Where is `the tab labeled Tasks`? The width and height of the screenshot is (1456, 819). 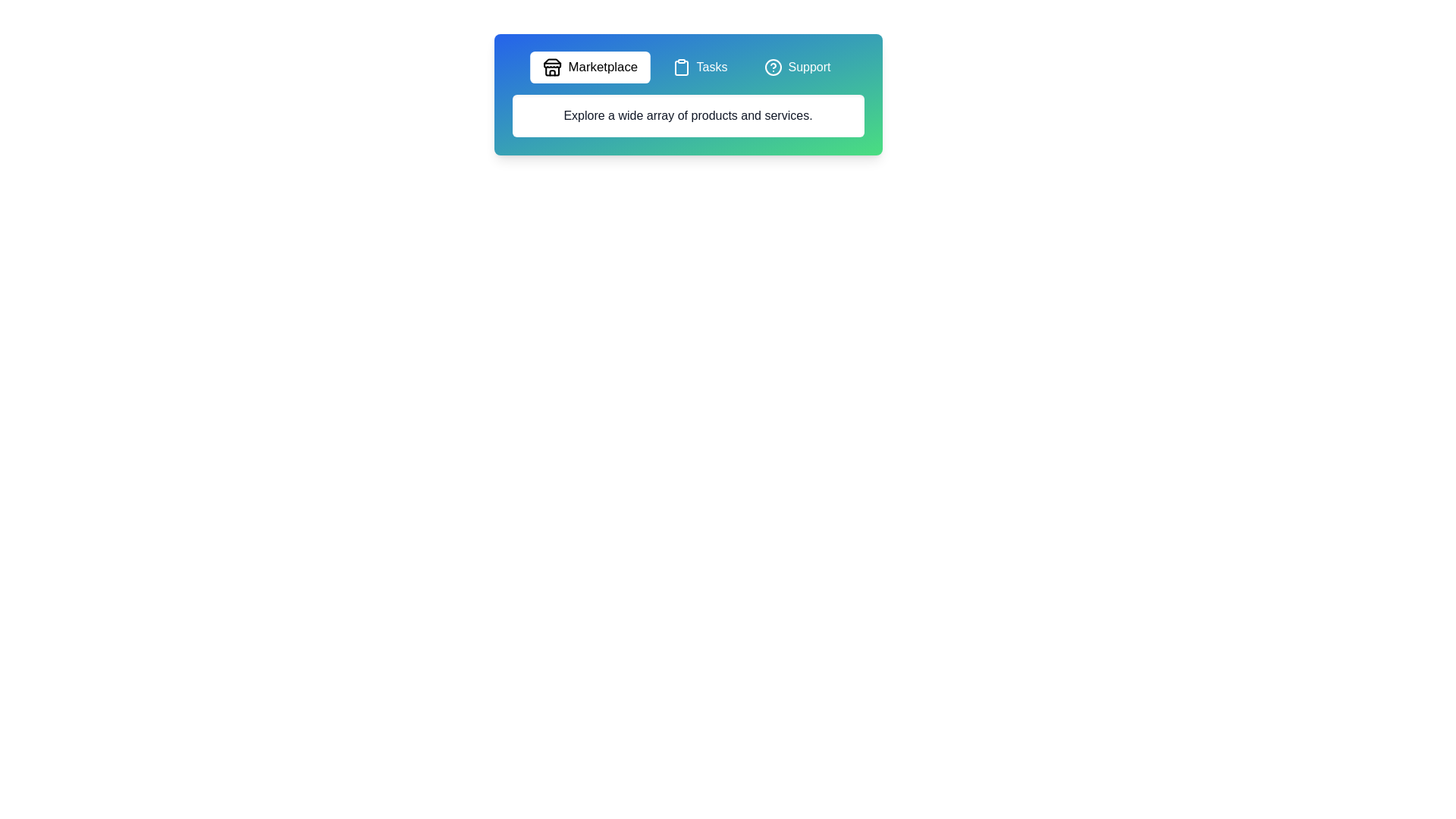 the tab labeled Tasks is located at coordinates (698, 66).